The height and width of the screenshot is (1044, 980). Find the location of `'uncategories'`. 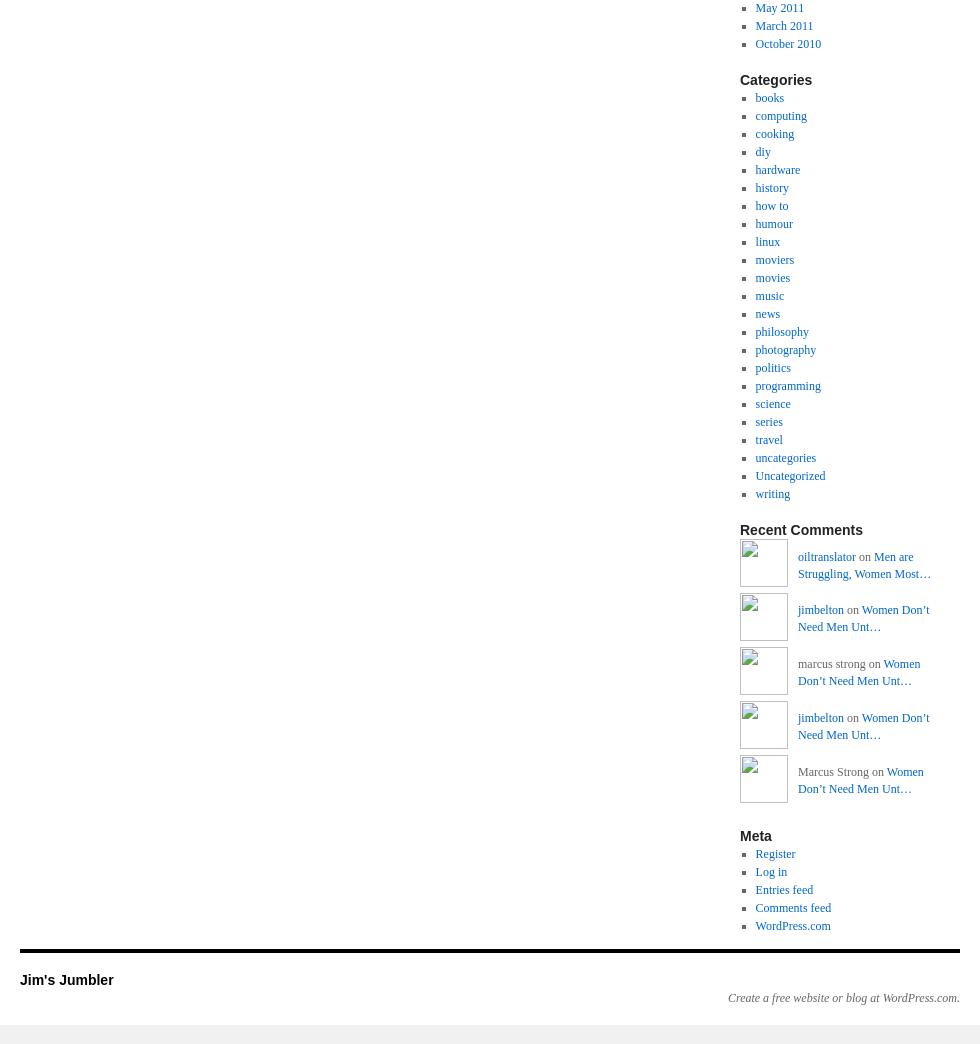

'uncategories' is located at coordinates (785, 458).